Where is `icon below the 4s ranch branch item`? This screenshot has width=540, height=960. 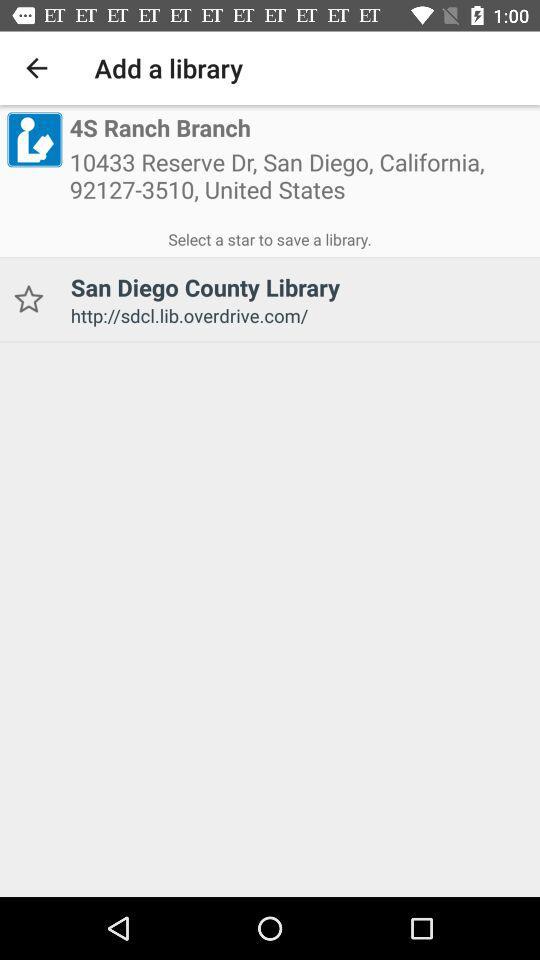 icon below the 4s ranch branch item is located at coordinates (300, 182).